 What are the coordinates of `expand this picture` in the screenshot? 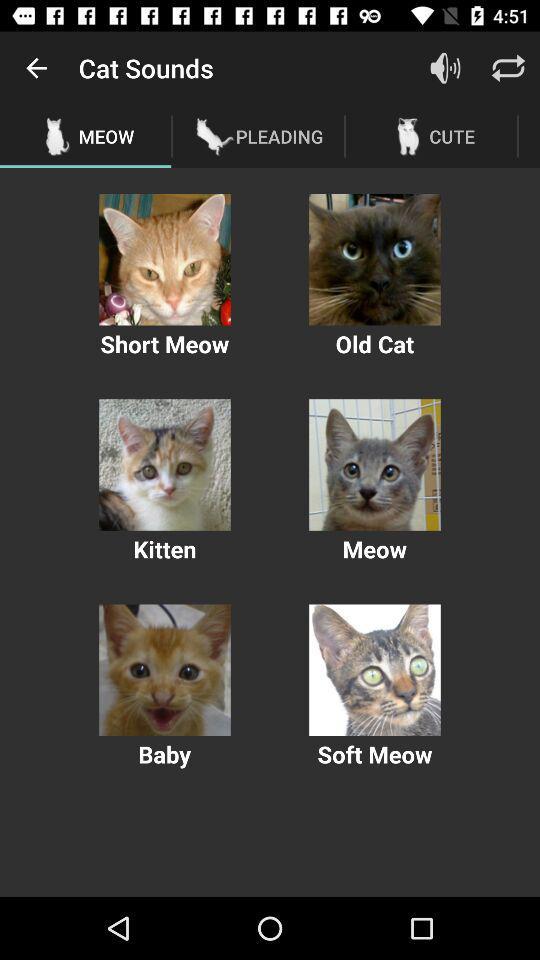 It's located at (164, 465).